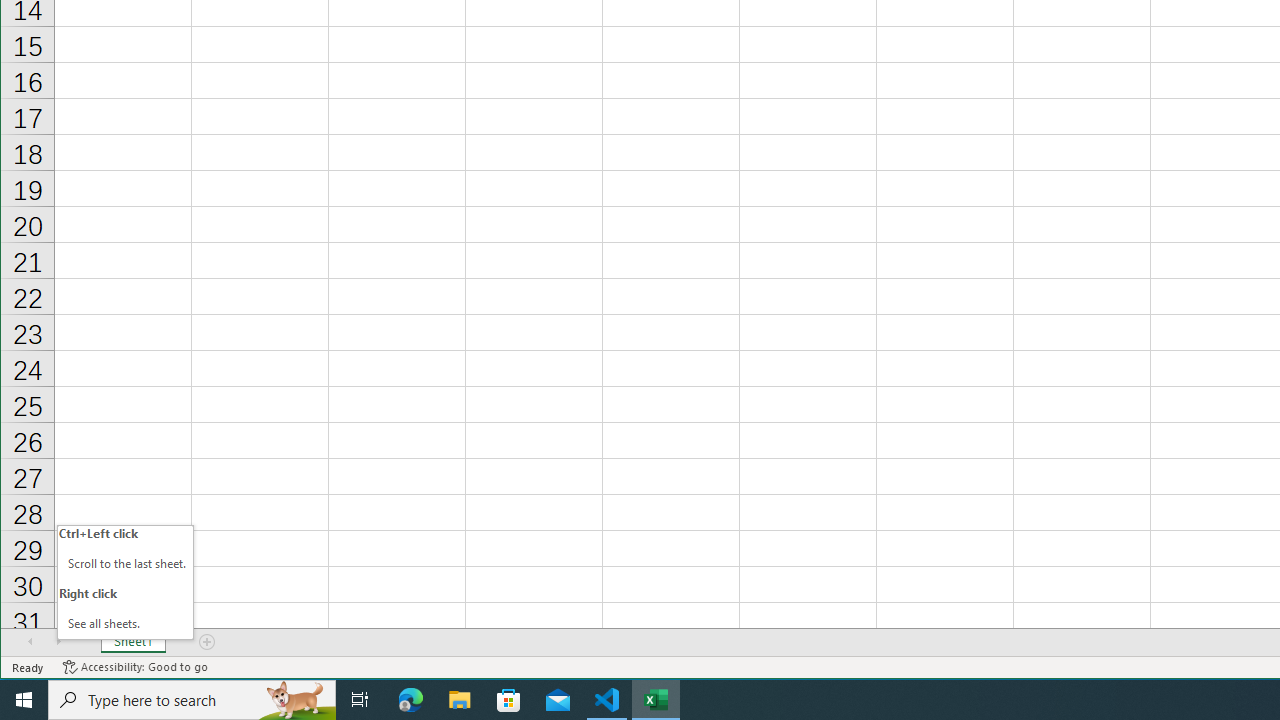  Describe the element at coordinates (294, 698) in the screenshot. I see `'Search highlights icon opens search home window'` at that location.